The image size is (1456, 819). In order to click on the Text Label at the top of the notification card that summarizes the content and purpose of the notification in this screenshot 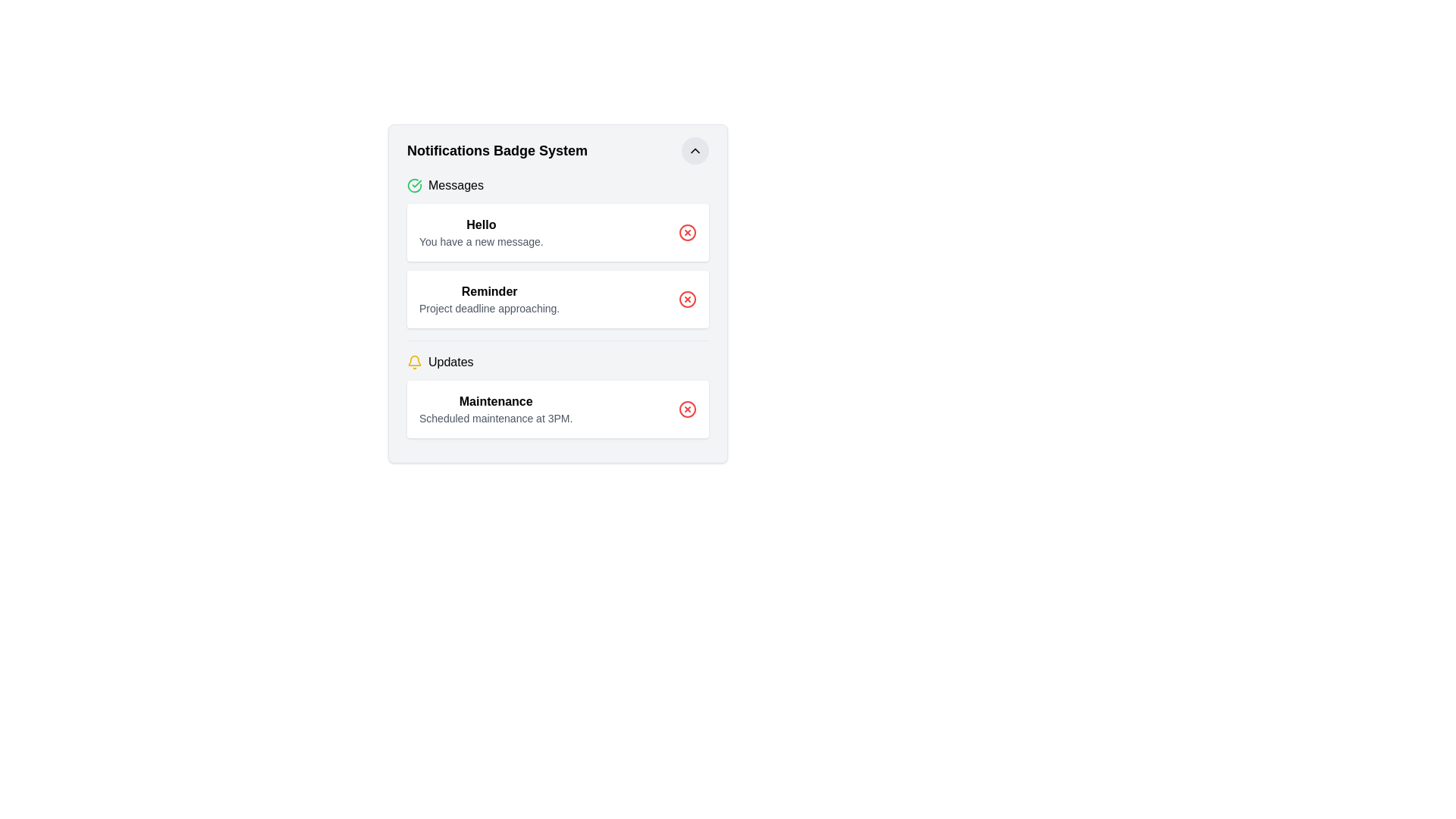, I will do `click(480, 225)`.